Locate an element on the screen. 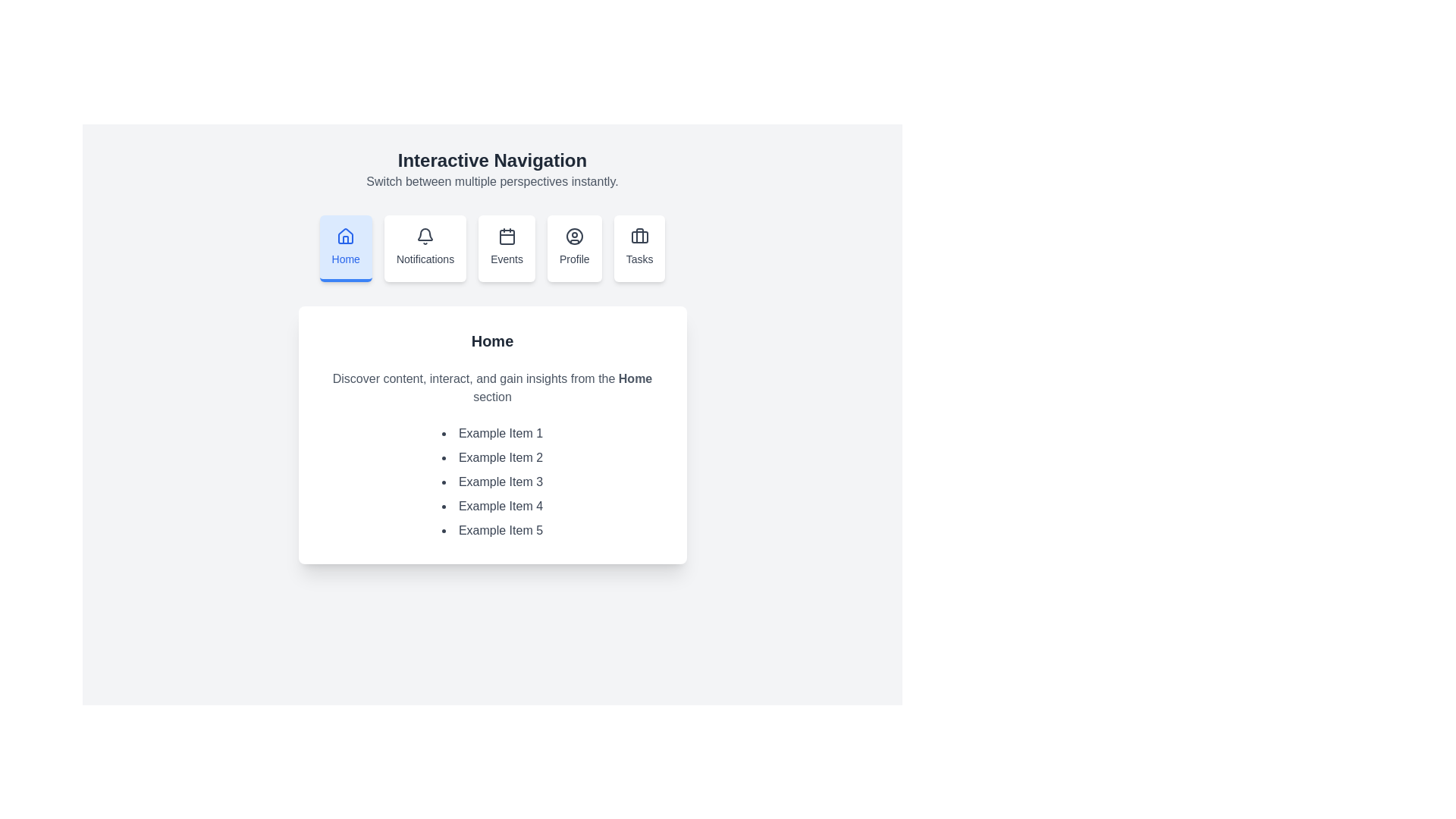 The height and width of the screenshot is (819, 1456). the 'Notifications' label, which is a small-sized, medium-weight text in dark color, positioned below a bell icon in the navigation button group is located at coordinates (425, 259).